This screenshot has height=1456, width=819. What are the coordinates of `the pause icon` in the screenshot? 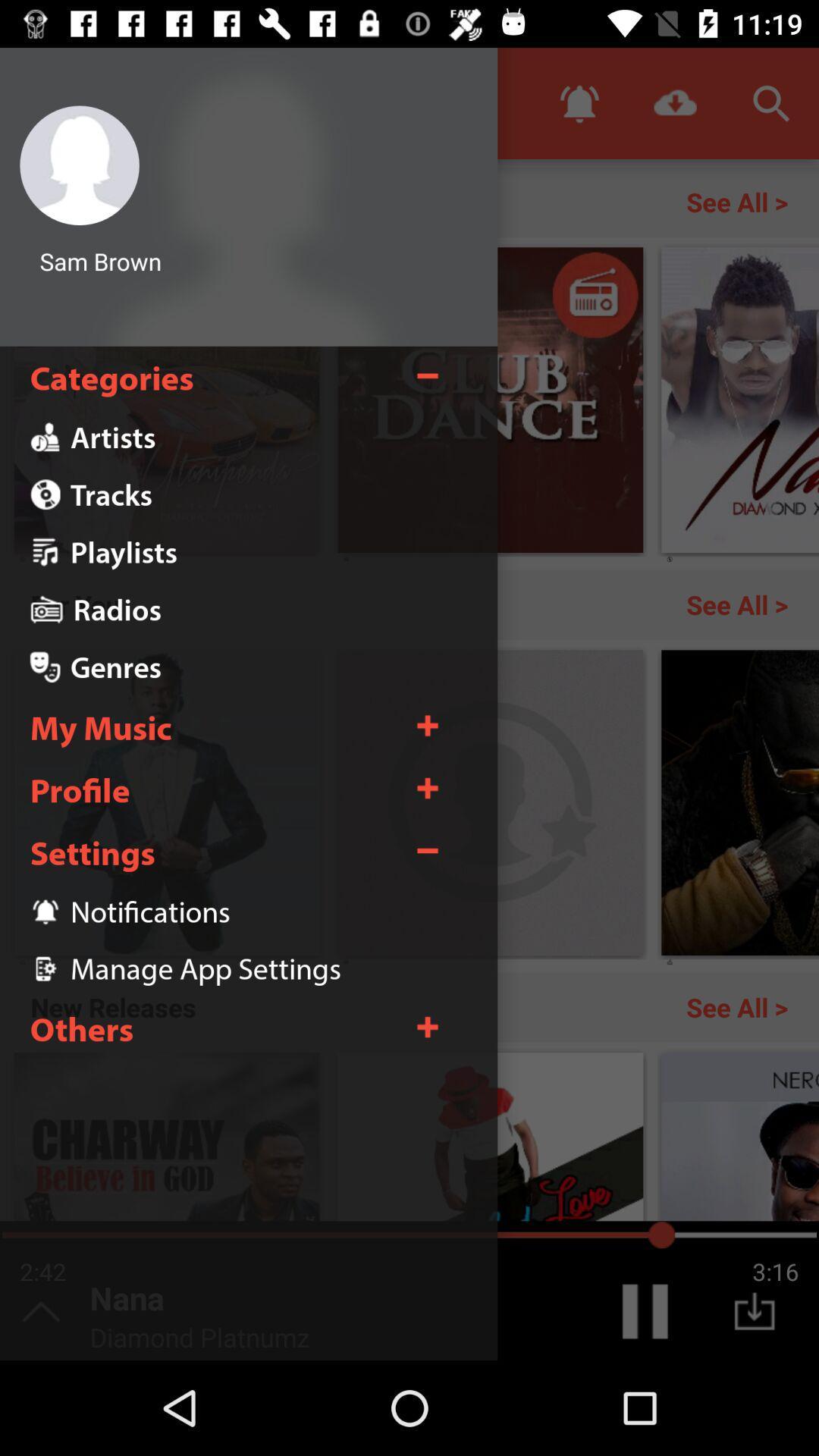 It's located at (648, 1314).